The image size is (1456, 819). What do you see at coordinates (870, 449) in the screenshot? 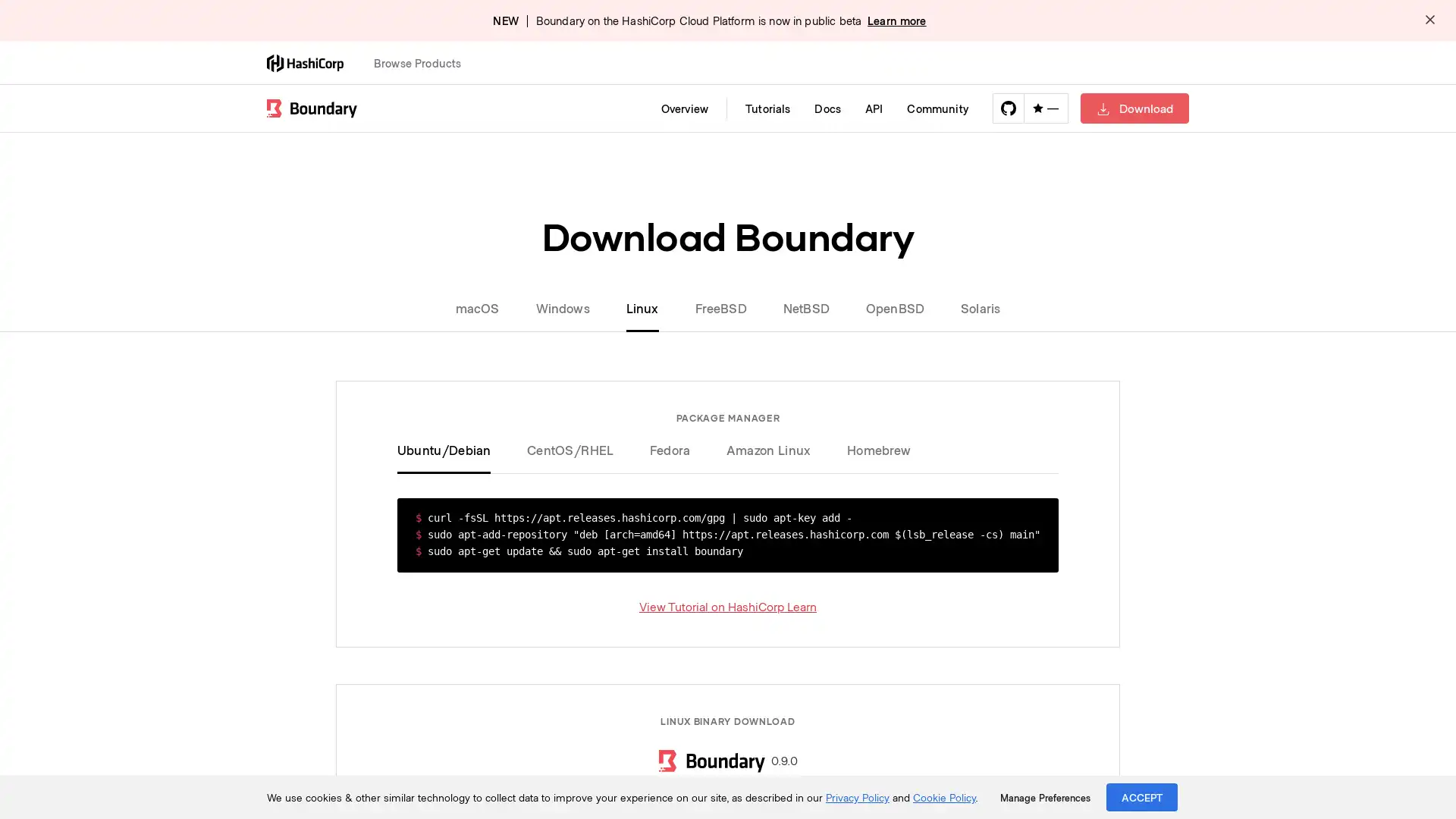
I see `Homebrew` at bounding box center [870, 449].